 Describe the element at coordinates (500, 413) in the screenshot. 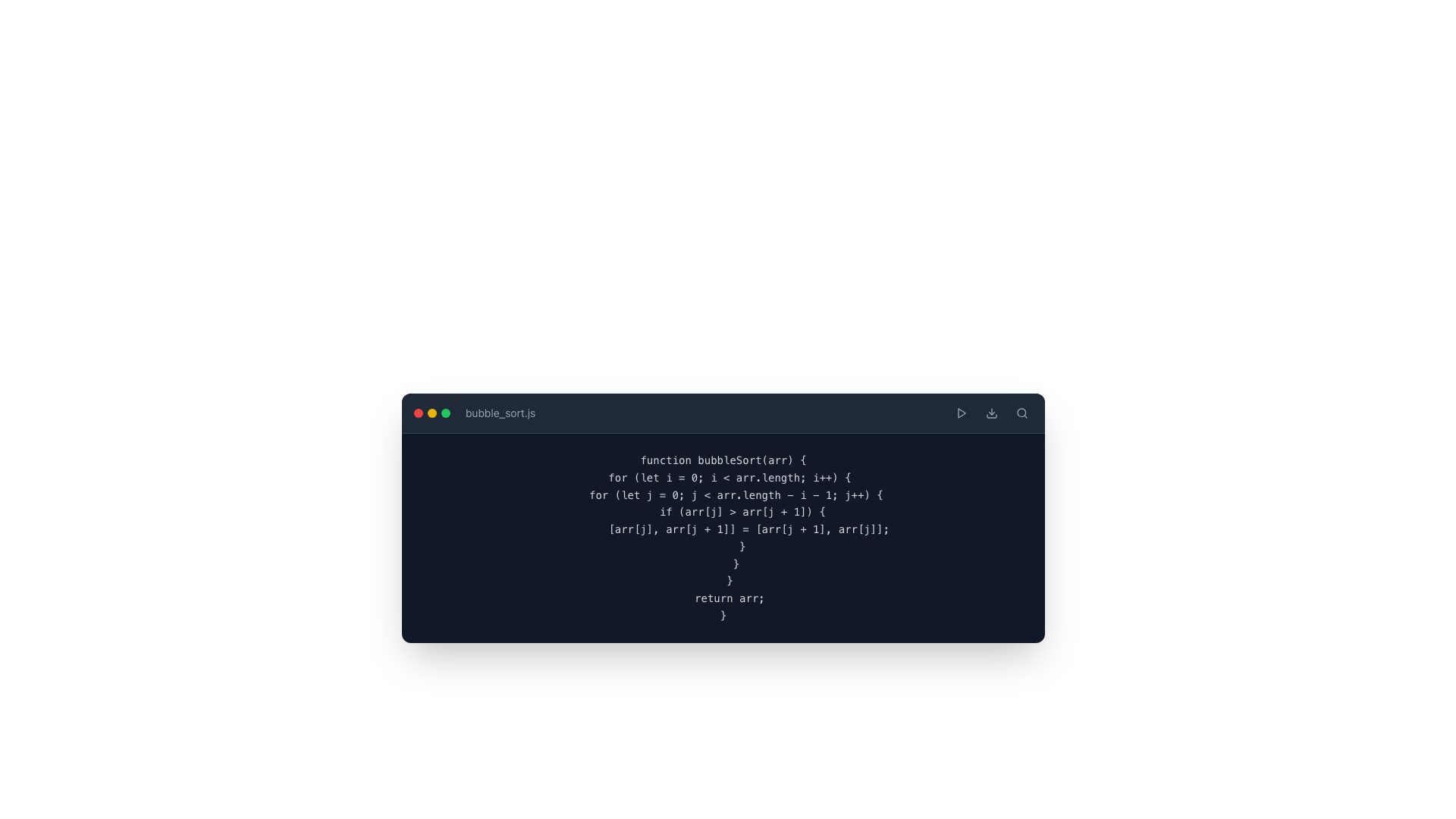

I see `text label displaying 'bubble_sort.js' located in the top left corner of the code editor interface, beside the colored dots` at that location.